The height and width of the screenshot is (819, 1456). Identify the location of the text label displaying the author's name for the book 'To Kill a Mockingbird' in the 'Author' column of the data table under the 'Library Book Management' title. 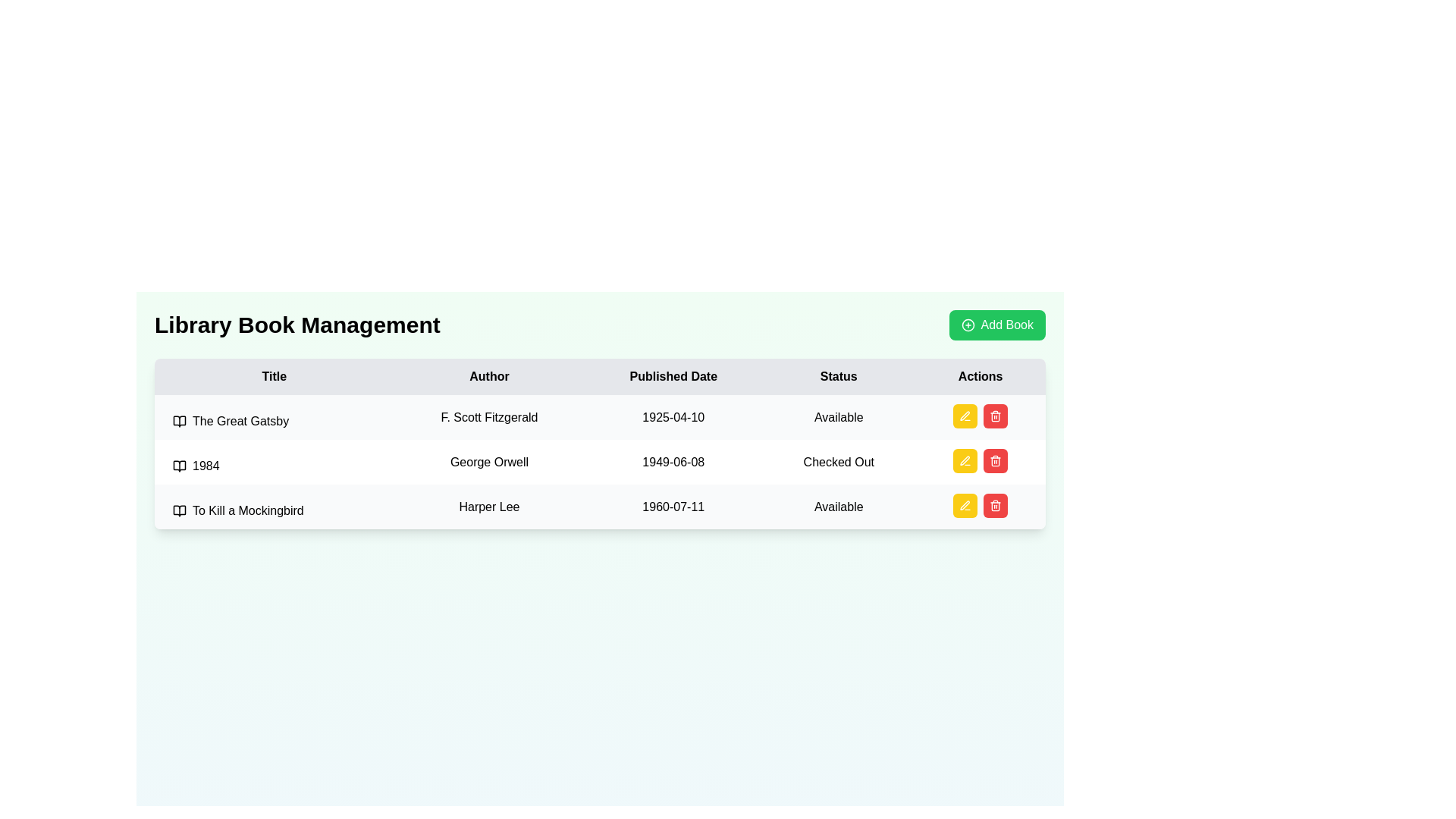
(489, 507).